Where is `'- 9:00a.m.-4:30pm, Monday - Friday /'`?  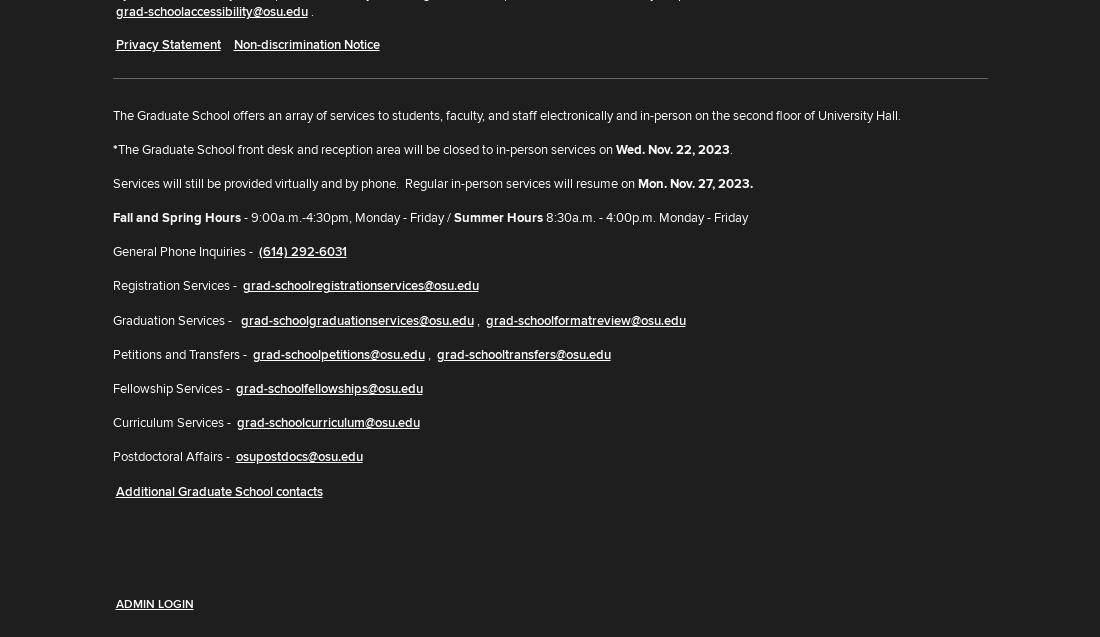 '- 9:00a.m.-4:30pm, Monday - Friday /' is located at coordinates (240, 217).